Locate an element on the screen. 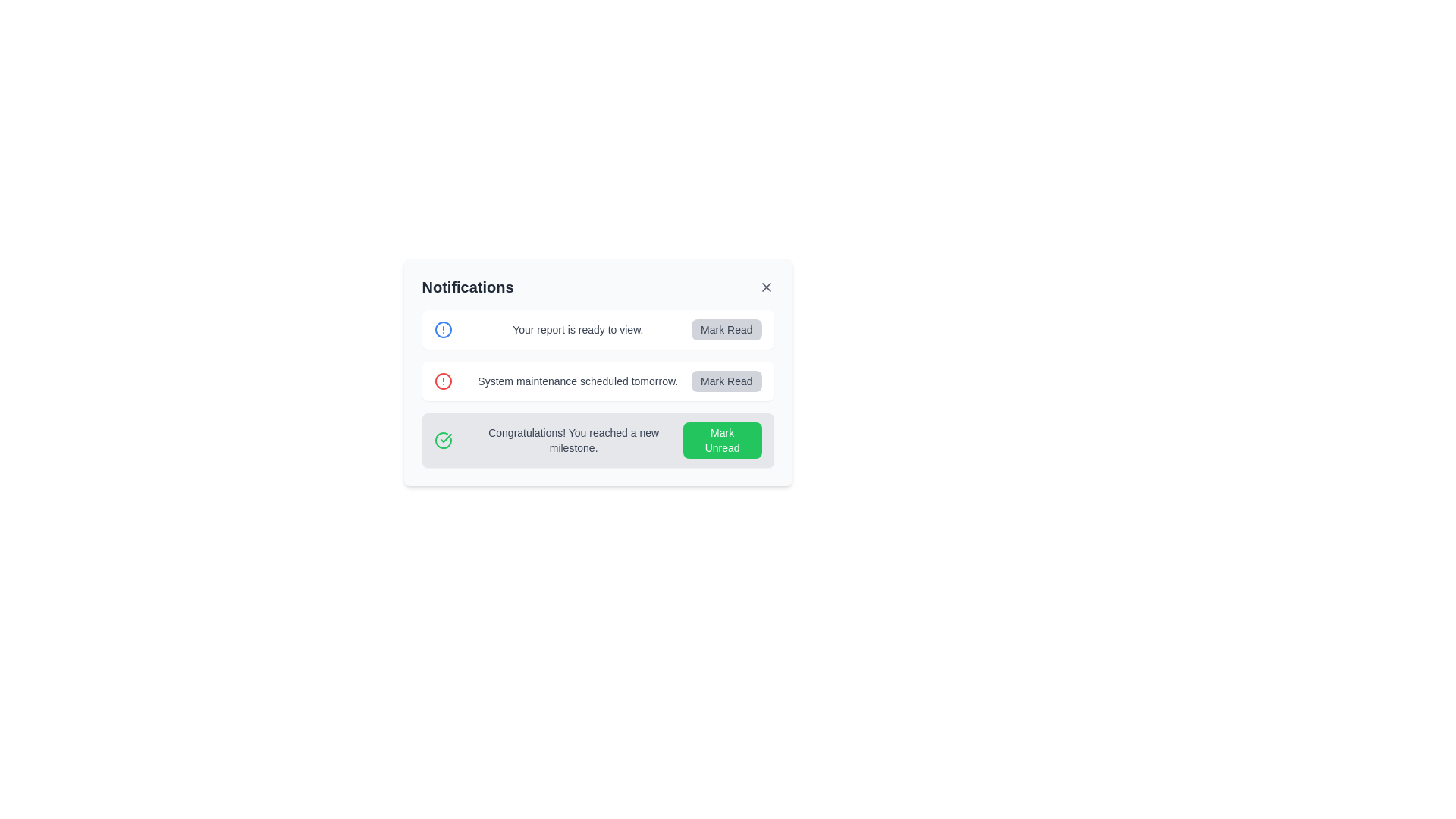 This screenshot has width=1456, height=819. the circular part of the red alert icon that signifies an alert or warning message in the notification interface, located to the left of the text message 'System maintenance scheduled tomorrow' is located at coordinates (442, 380).